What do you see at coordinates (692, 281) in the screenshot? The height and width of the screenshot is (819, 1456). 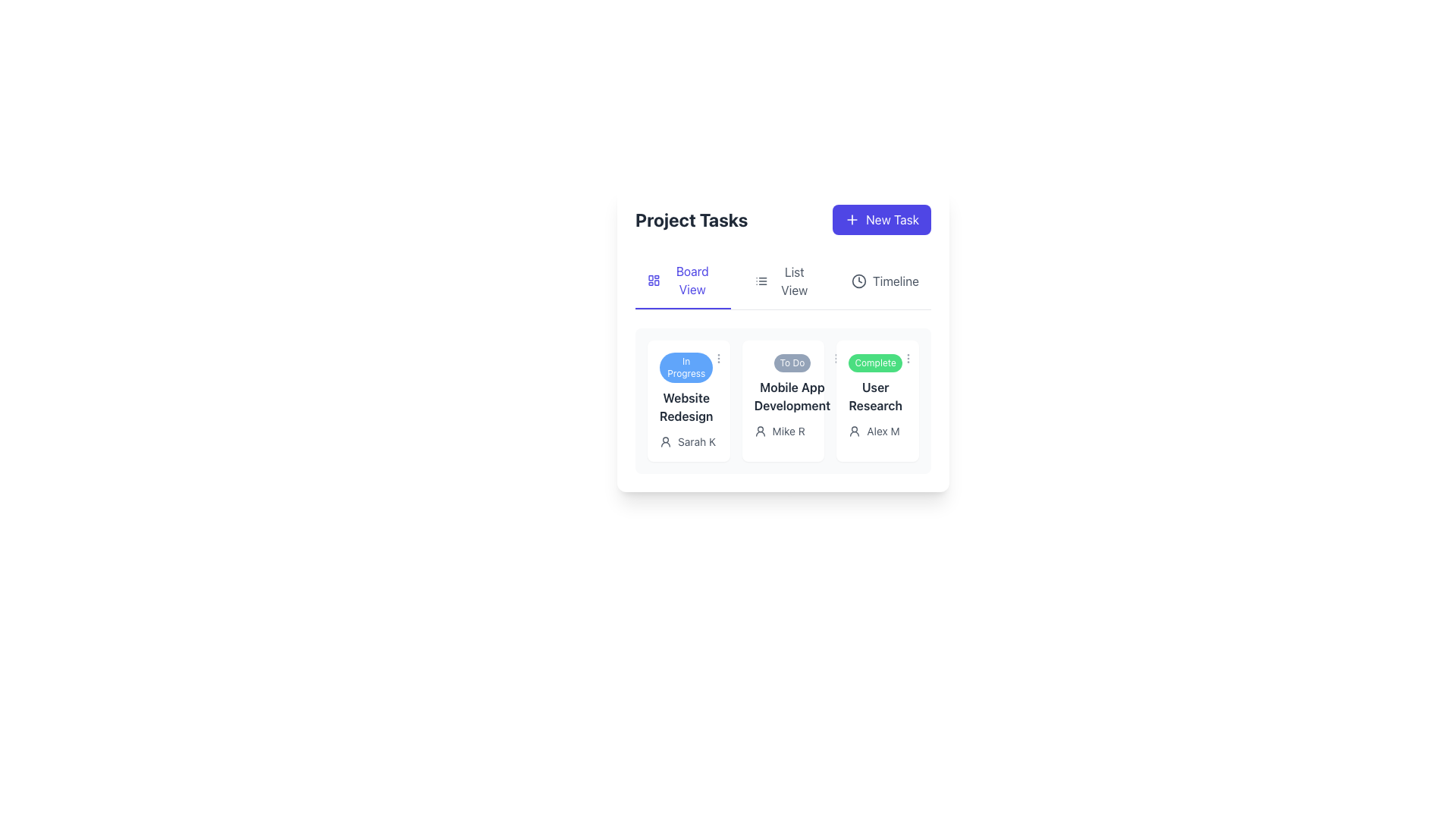 I see `the 'Board View' text label, which indicates or switches to the board display mode, located near the 'List View' and 'Timeline' options` at bounding box center [692, 281].